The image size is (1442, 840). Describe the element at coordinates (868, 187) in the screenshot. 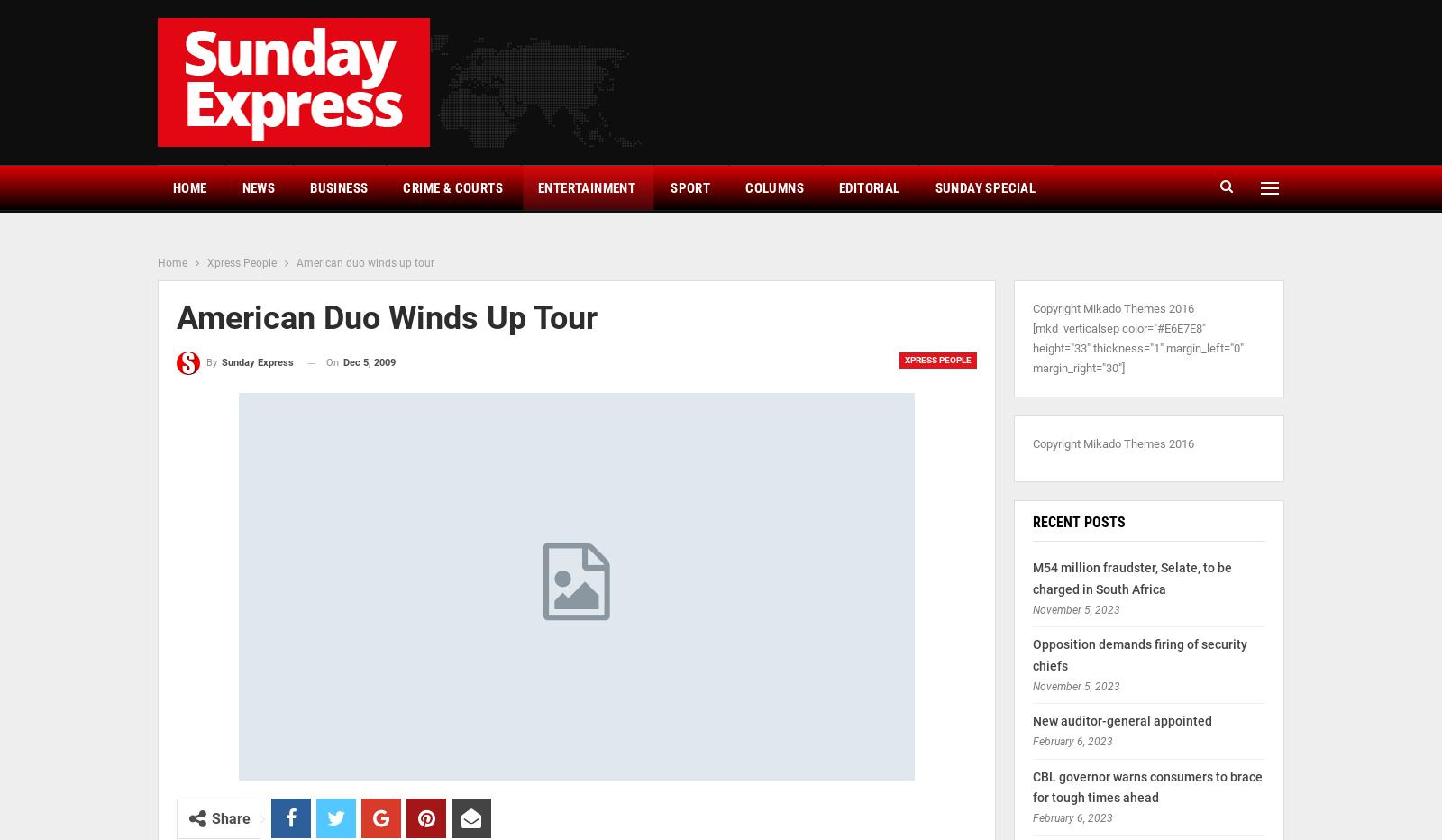

I see `'Editorial'` at that location.